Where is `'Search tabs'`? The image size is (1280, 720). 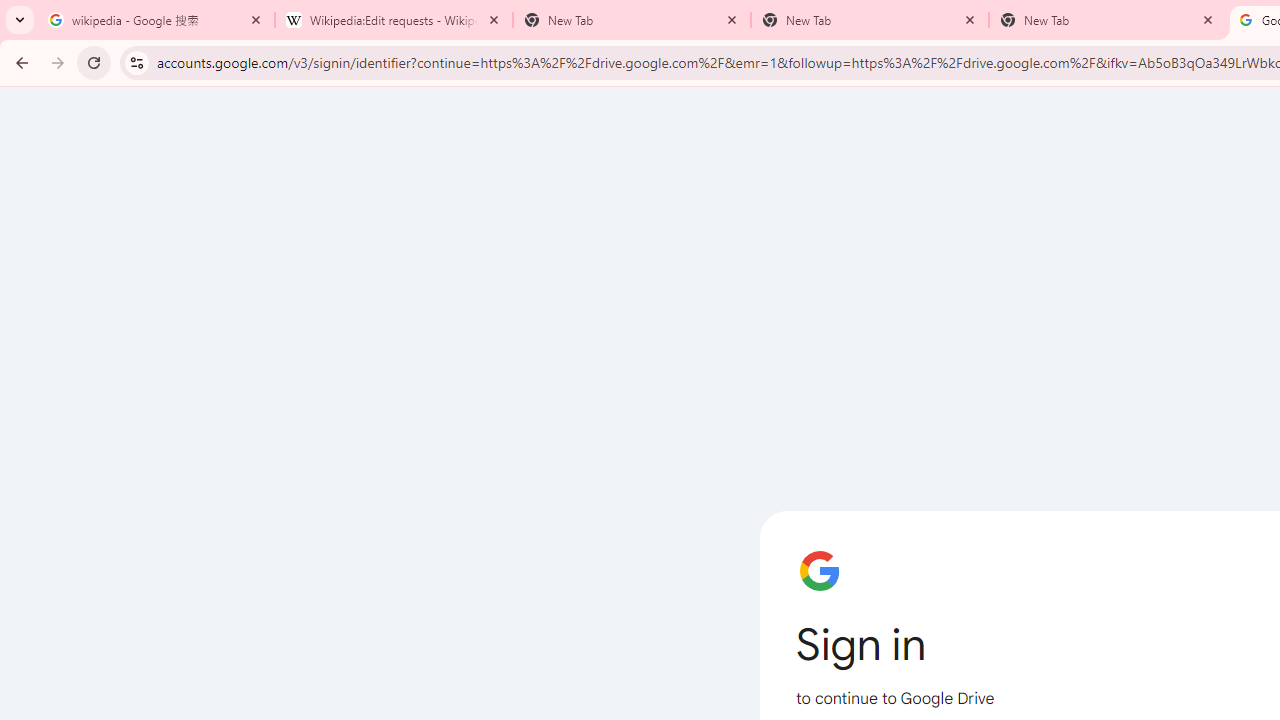
'Search tabs' is located at coordinates (20, 20).